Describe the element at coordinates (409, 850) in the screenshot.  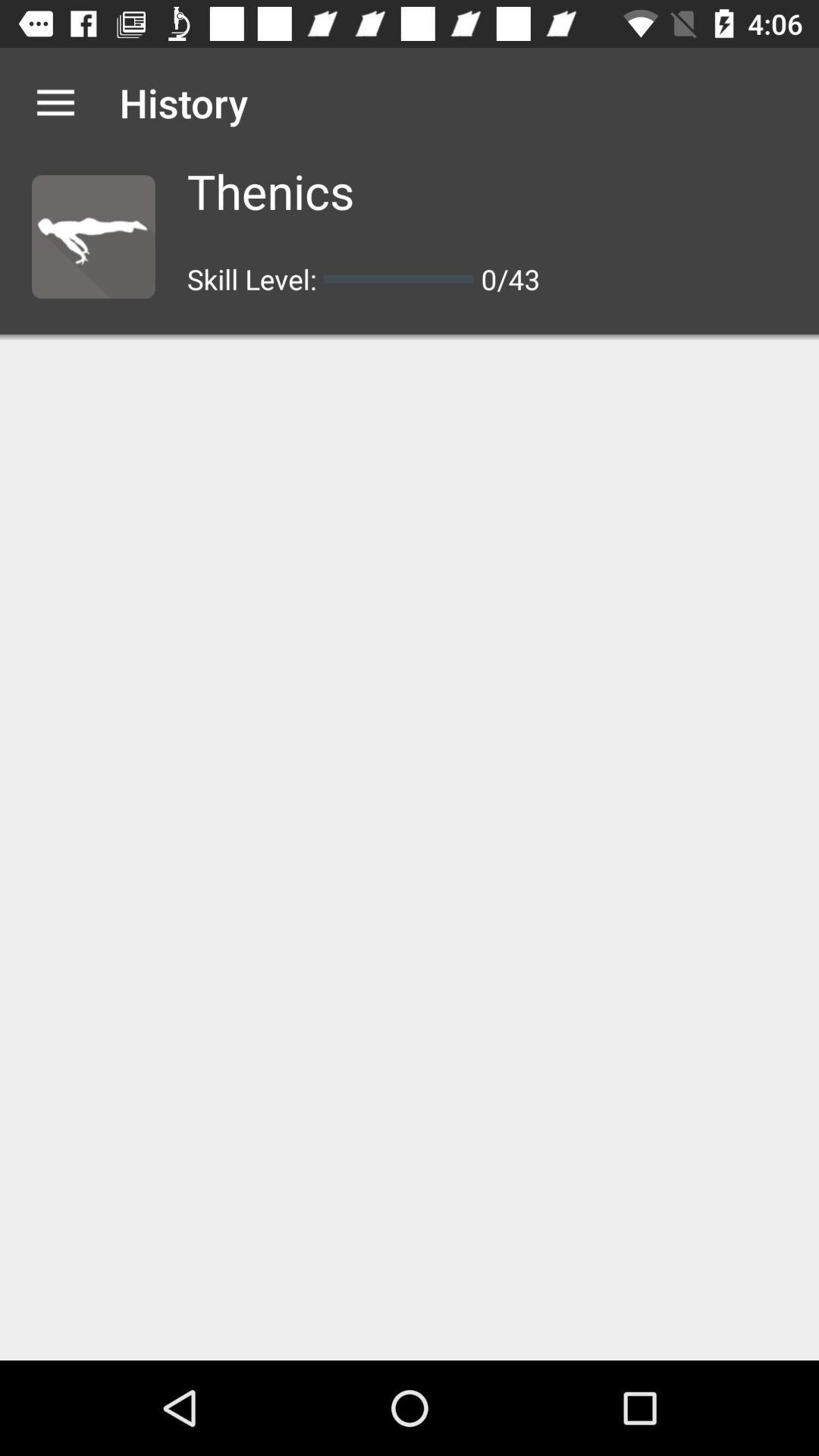
I see `the item at the center` at that location.